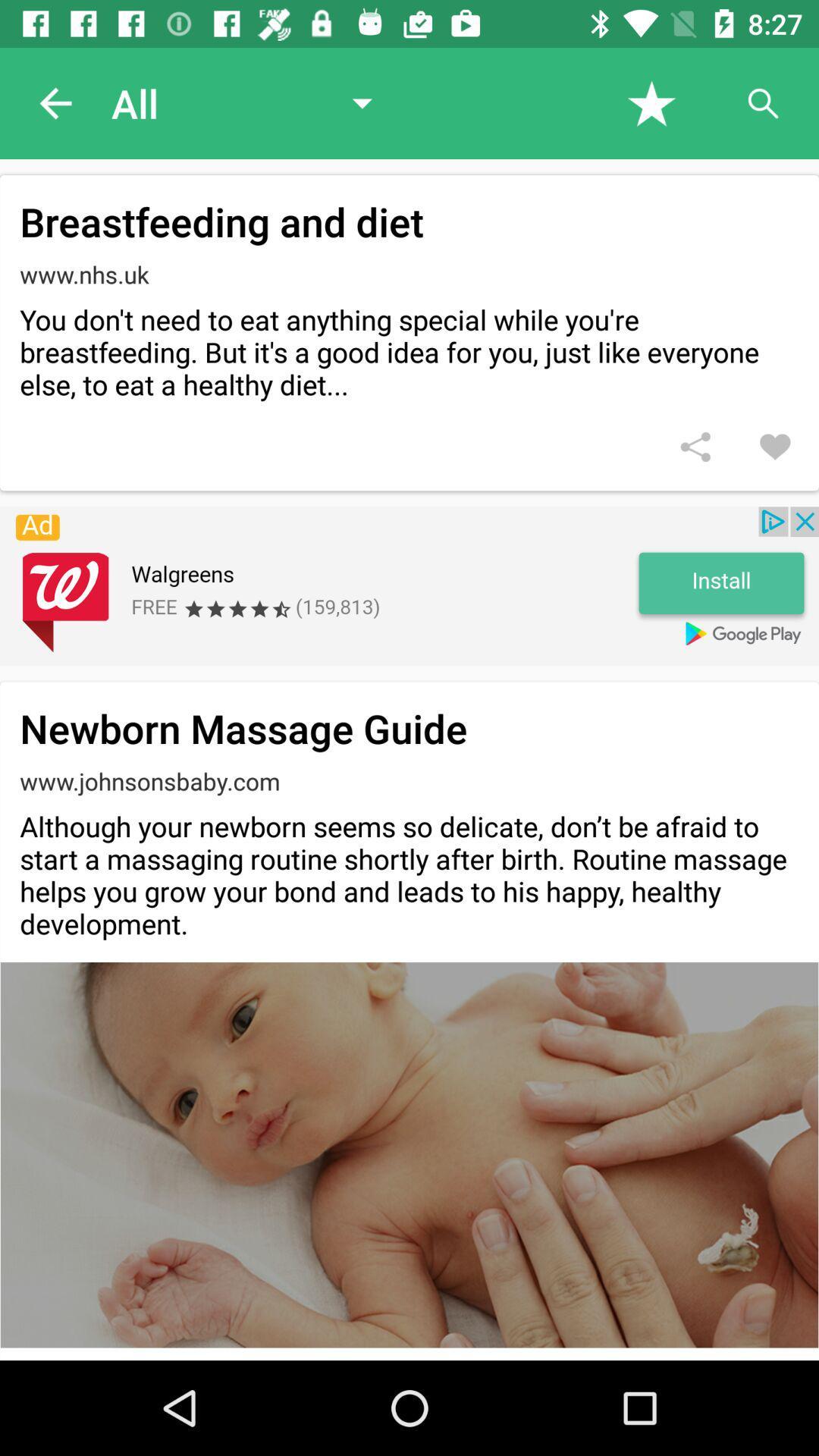 This screenshot has width=819, height=1456. What do you see at coordinates (775, 446) in the screenshot?
I see `to favorites` at bounding box center [775, 446].